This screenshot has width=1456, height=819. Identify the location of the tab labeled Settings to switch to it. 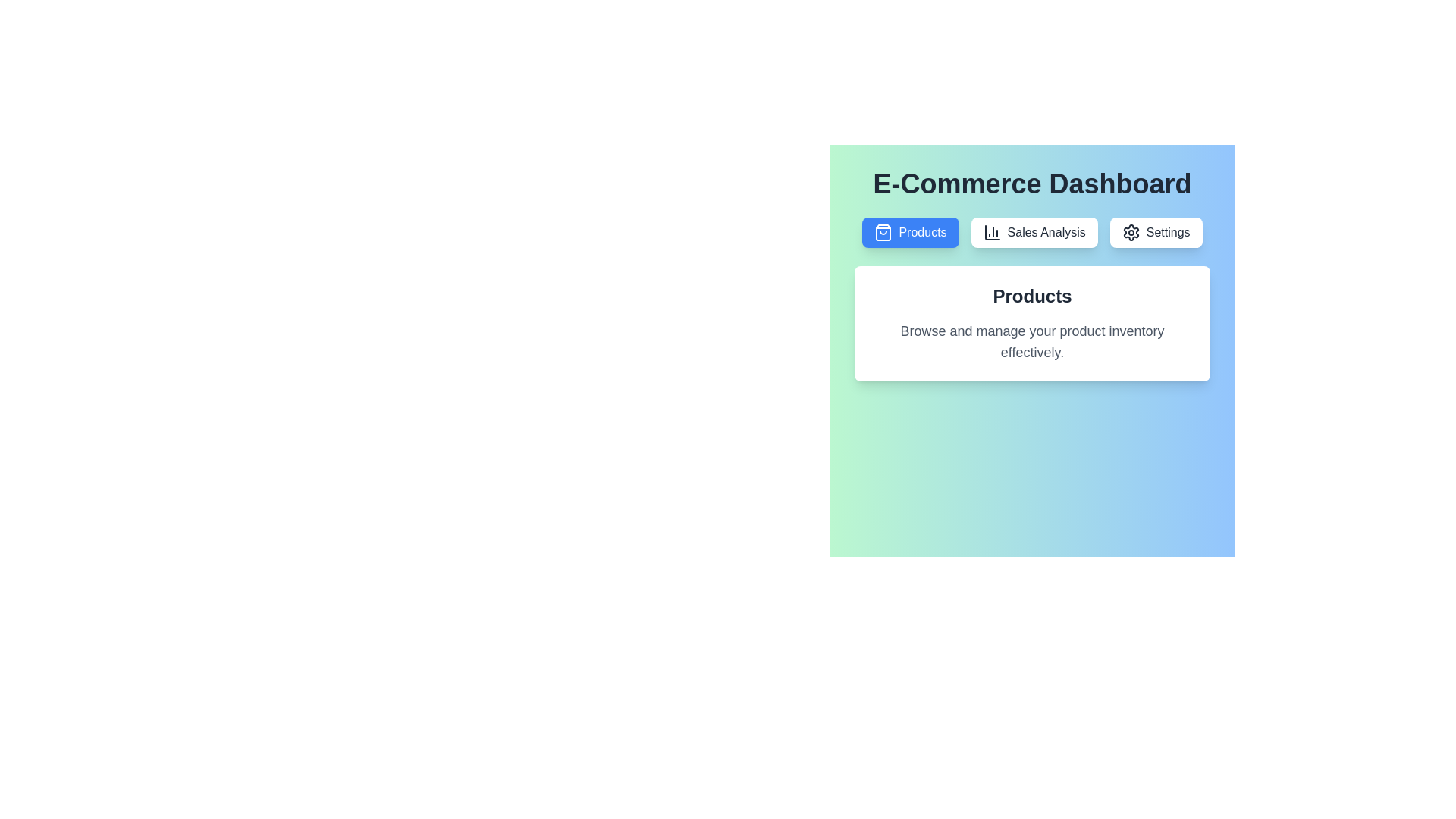
(1155, 233).